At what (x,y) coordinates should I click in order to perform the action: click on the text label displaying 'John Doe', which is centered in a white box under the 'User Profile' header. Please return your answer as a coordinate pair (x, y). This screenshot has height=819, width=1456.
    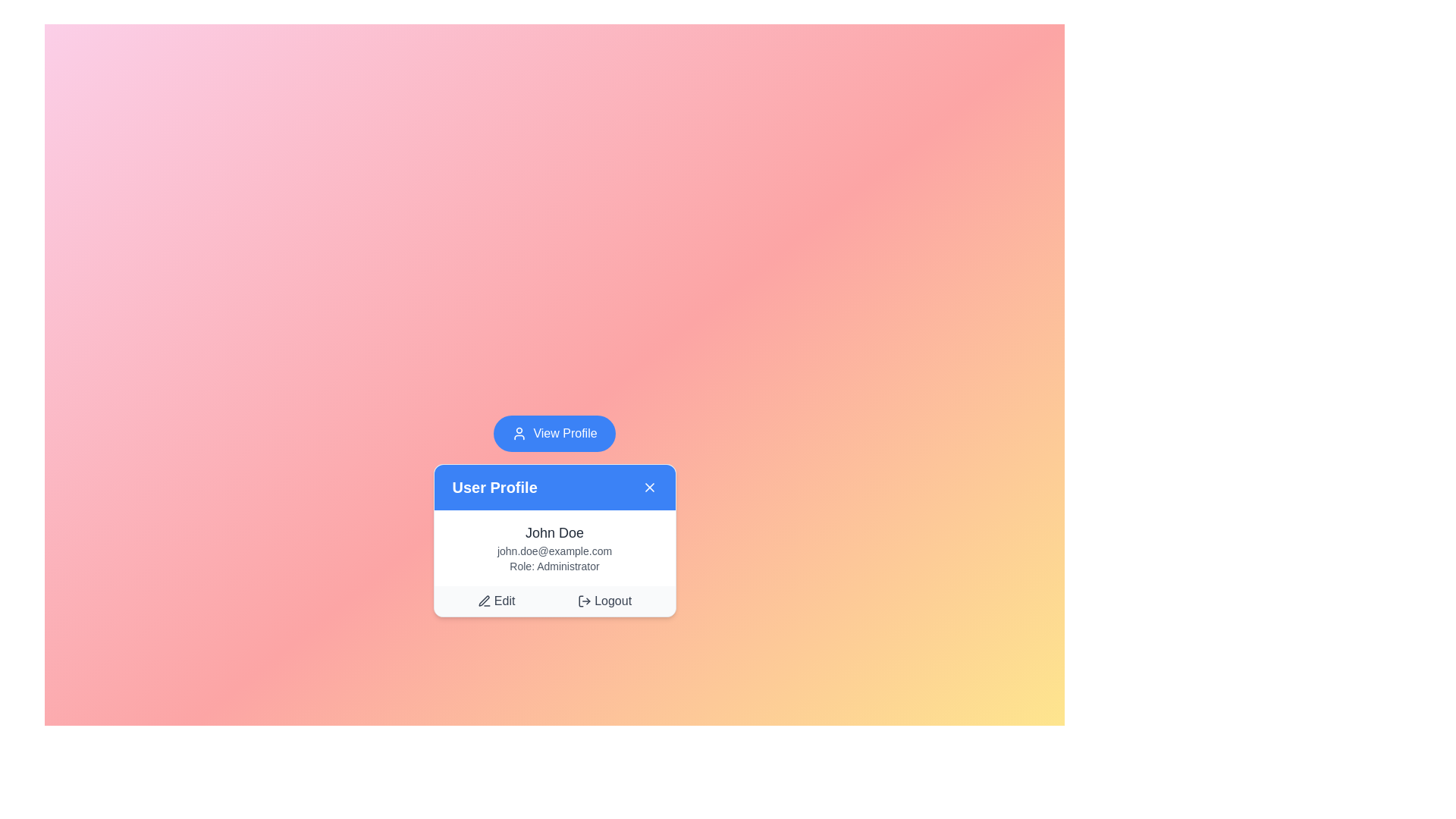
    Looking at the image, I should click on (554, 532).